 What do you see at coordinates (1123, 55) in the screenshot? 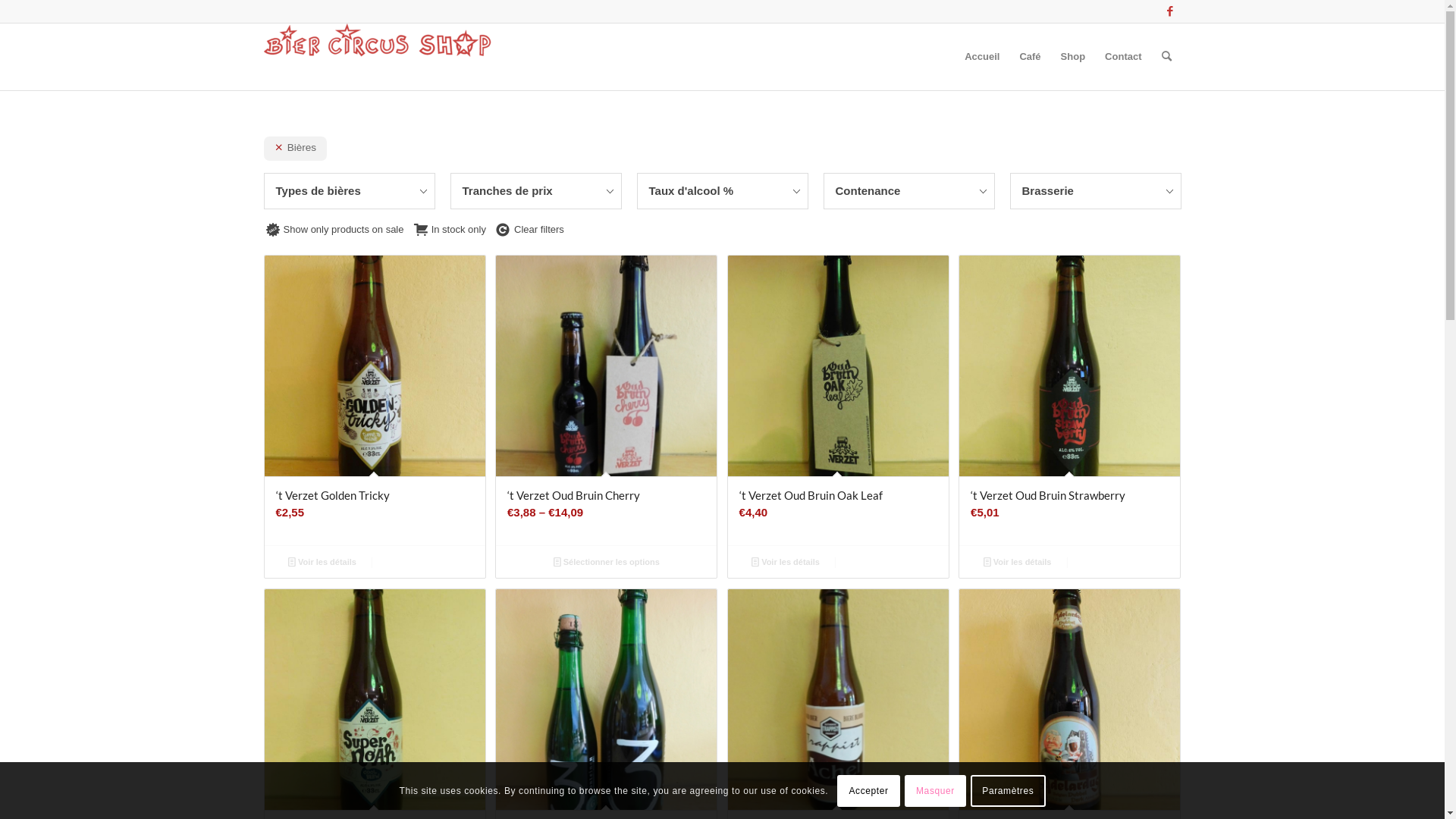
I see `'Contact'` at bounding box center [1123, 55].